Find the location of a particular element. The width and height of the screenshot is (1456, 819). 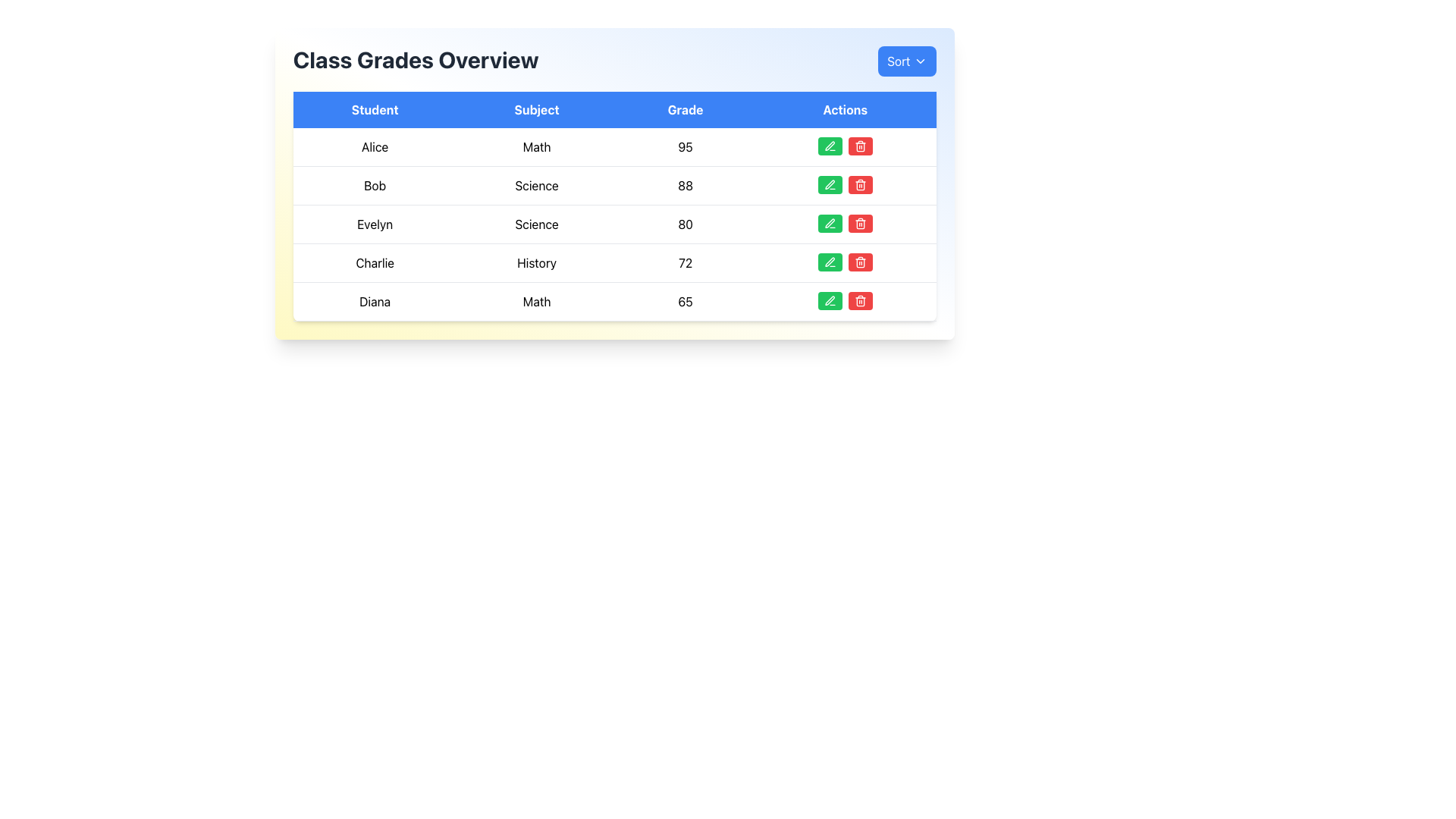

the red rectangular delete button with a trash can icon located in the 'Actions' column of the fourth row of the table is located at coordinates (860, 223).